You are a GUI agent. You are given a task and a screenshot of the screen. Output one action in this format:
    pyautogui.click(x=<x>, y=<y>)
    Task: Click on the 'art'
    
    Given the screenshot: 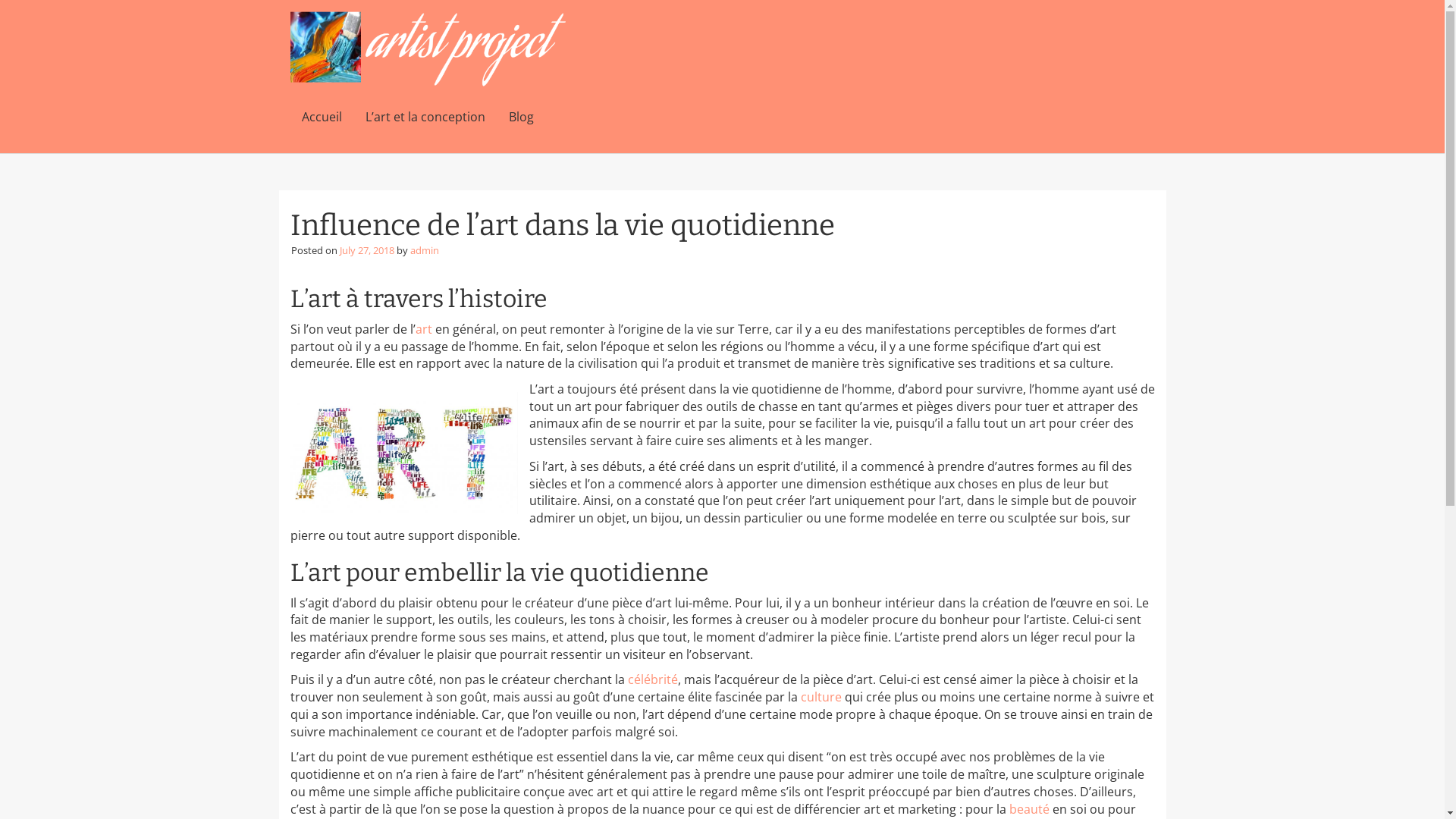 What is the action you would take?
    pyautogui.click(x=423, y=328)
    